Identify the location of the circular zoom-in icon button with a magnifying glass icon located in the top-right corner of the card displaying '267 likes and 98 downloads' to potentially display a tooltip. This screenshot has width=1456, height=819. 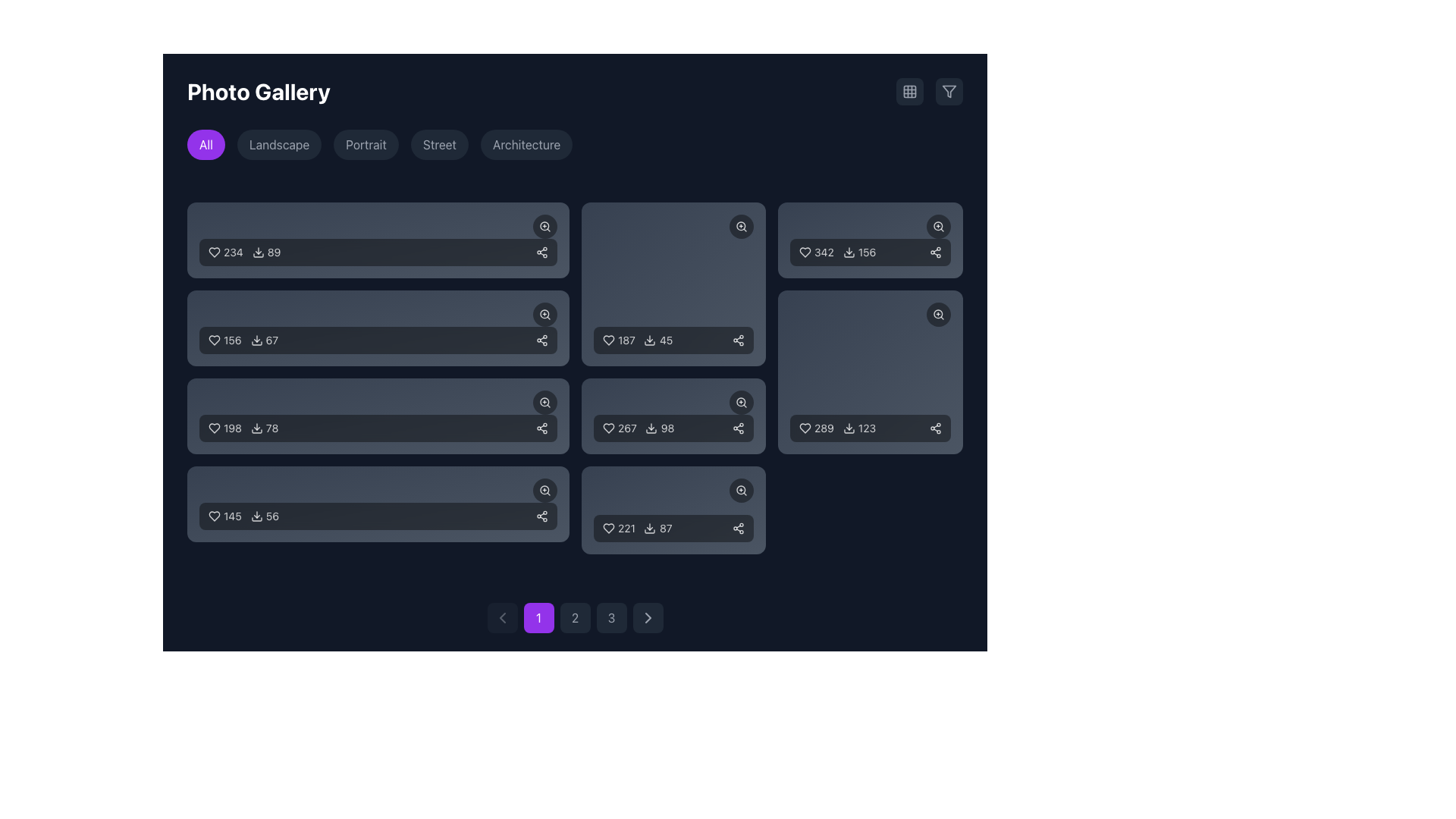
(742, 402).